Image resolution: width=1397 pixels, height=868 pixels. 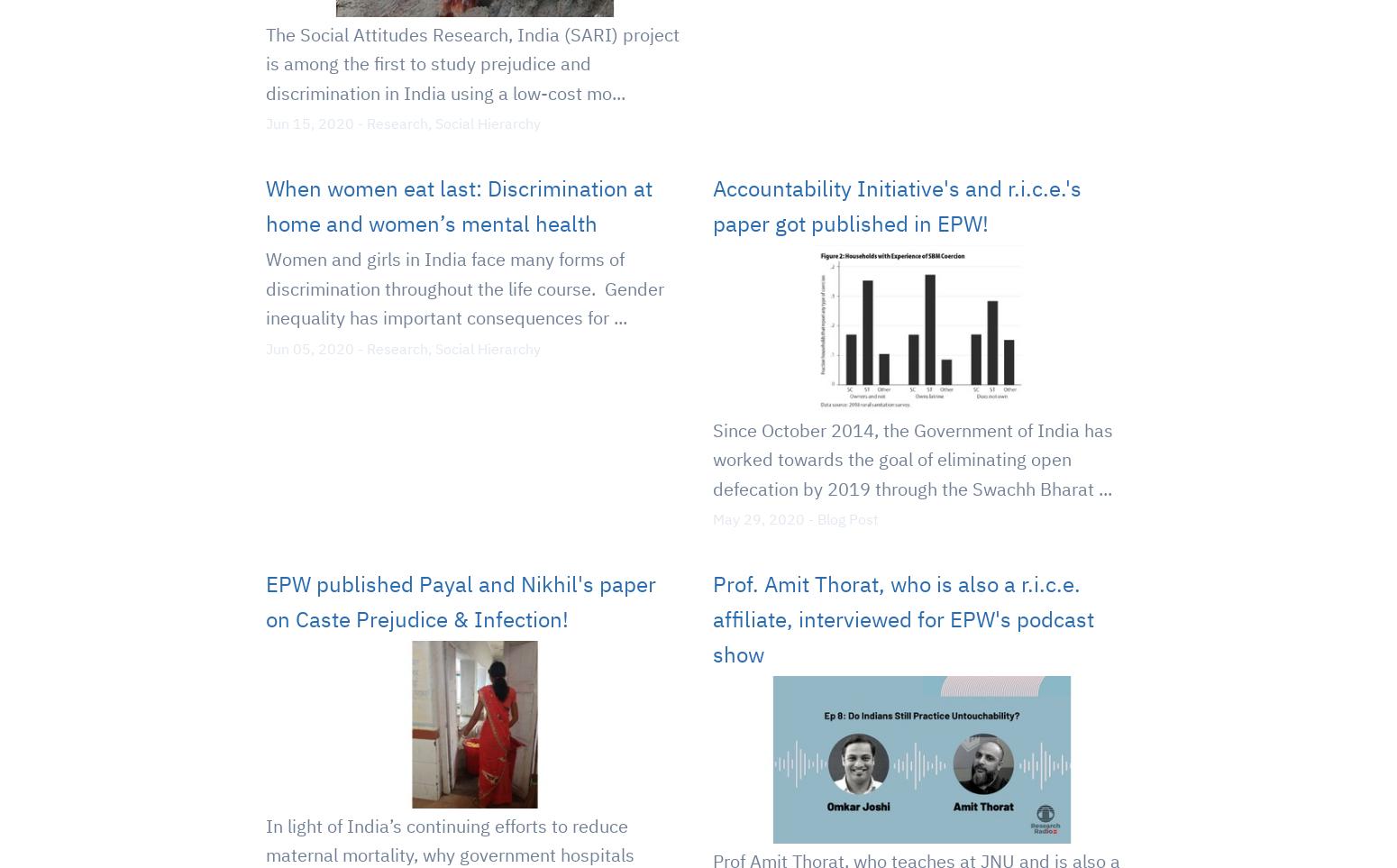 I want to click on 'When women eat last: Discrimination at home and women’s mental health', so click(x=458, y=206).